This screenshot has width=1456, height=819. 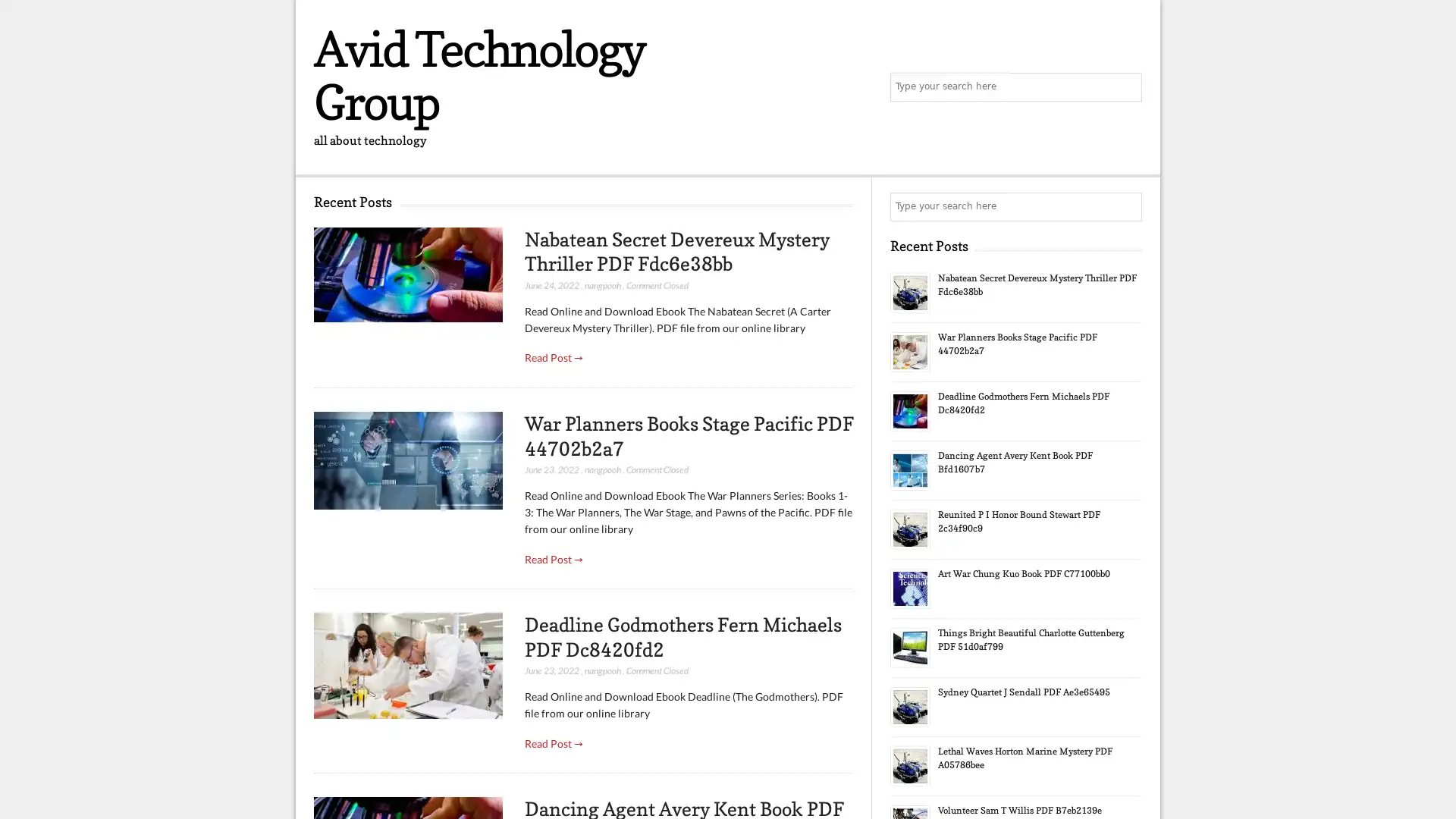 I want to click on Search, so click(x=1126, y=207).